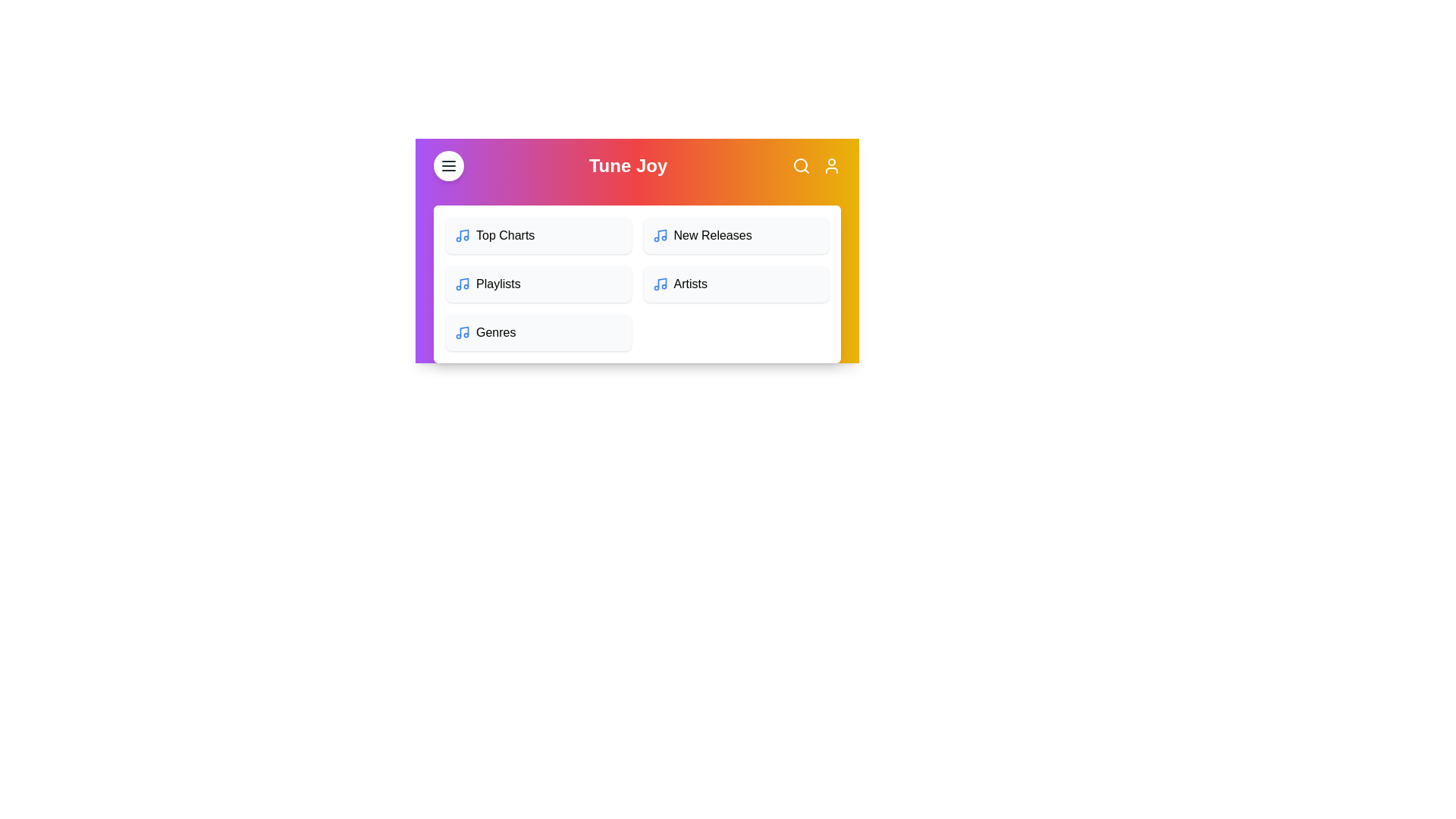 Image resolution: width=1456 pixels, height=819 pixels. Describe the element at coordinates (830, 166) in the screenshot. I see `the 'User' icon to access user settings` at that location.